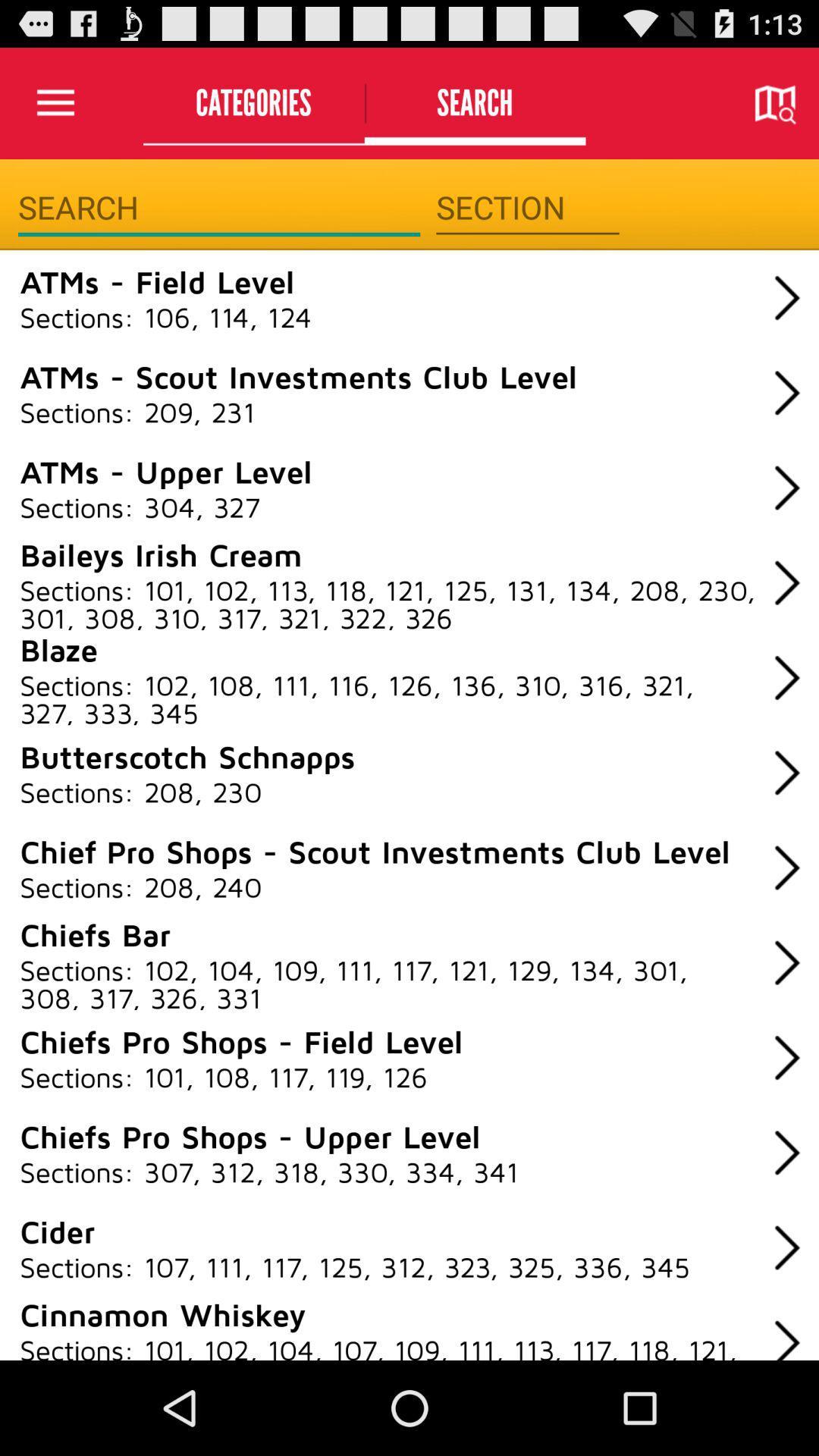  What do you see at coordinates (187, 756) in the screenshot?
I see `item above the sections: 208, 230 icon` at bounding box center [187, 756].